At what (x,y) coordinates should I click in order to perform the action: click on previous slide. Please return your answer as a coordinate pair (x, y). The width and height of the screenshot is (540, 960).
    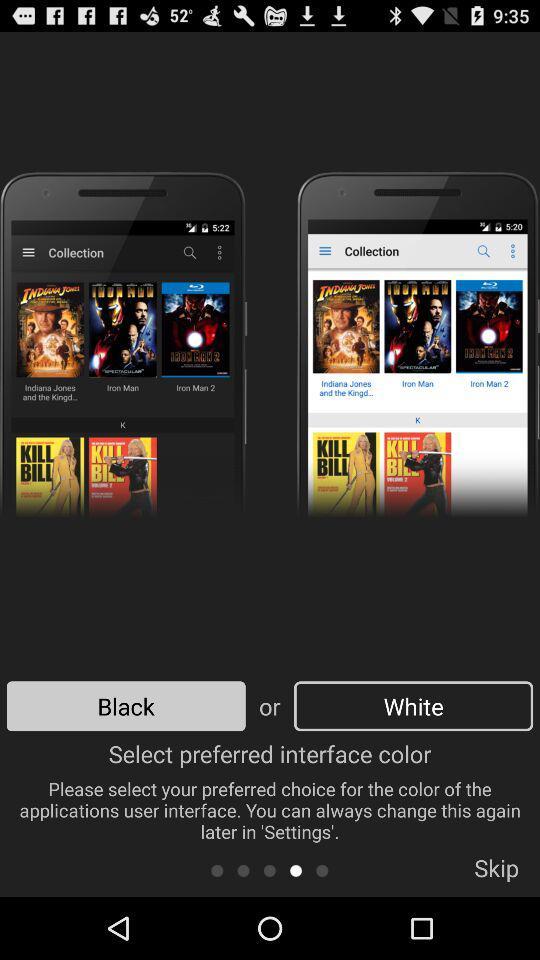
    Looking at the image, I should click on (269, 869).